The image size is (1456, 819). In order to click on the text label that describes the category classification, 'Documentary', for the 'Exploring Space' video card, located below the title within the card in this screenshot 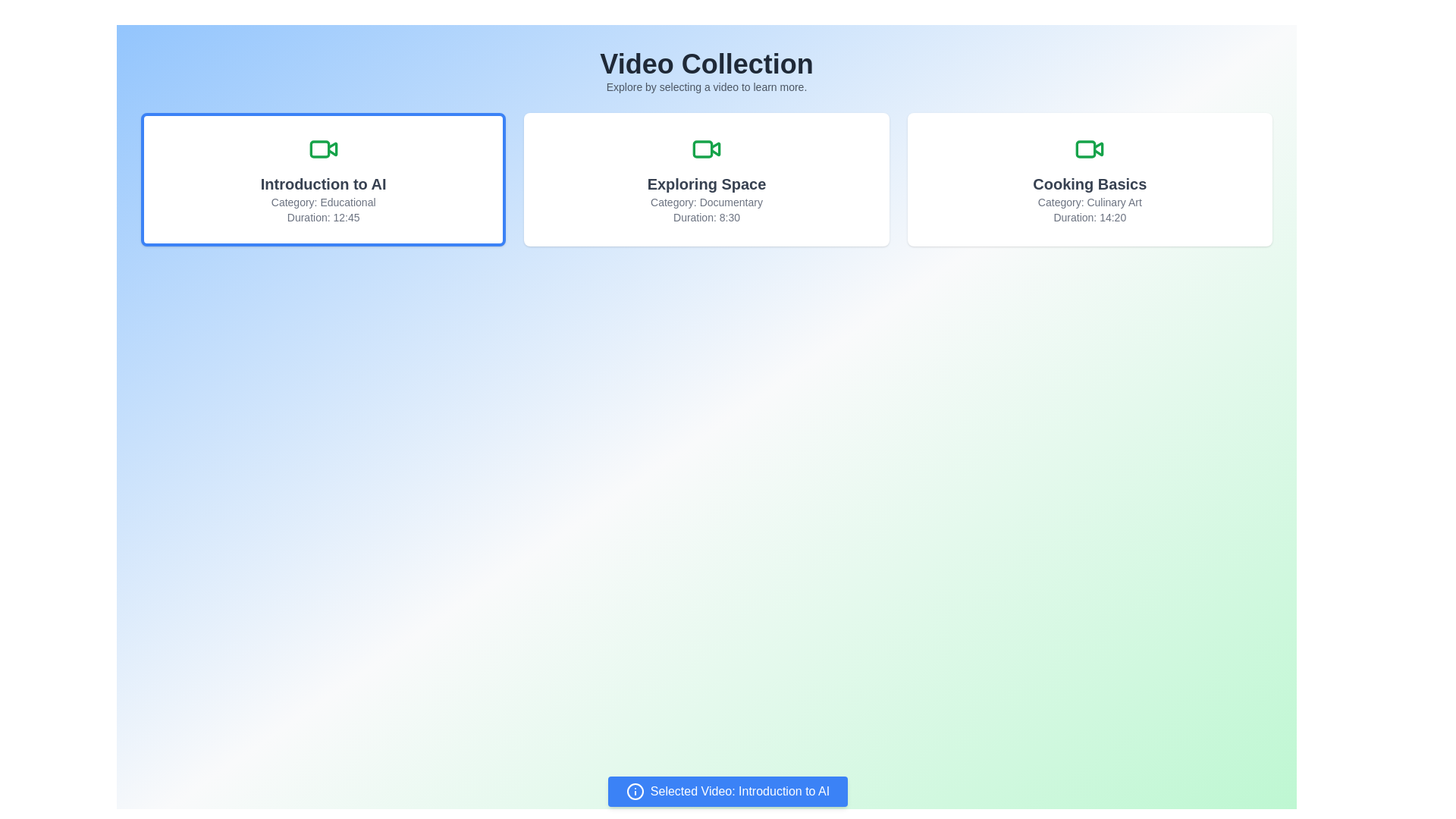, I will do `click(705, 201)`.